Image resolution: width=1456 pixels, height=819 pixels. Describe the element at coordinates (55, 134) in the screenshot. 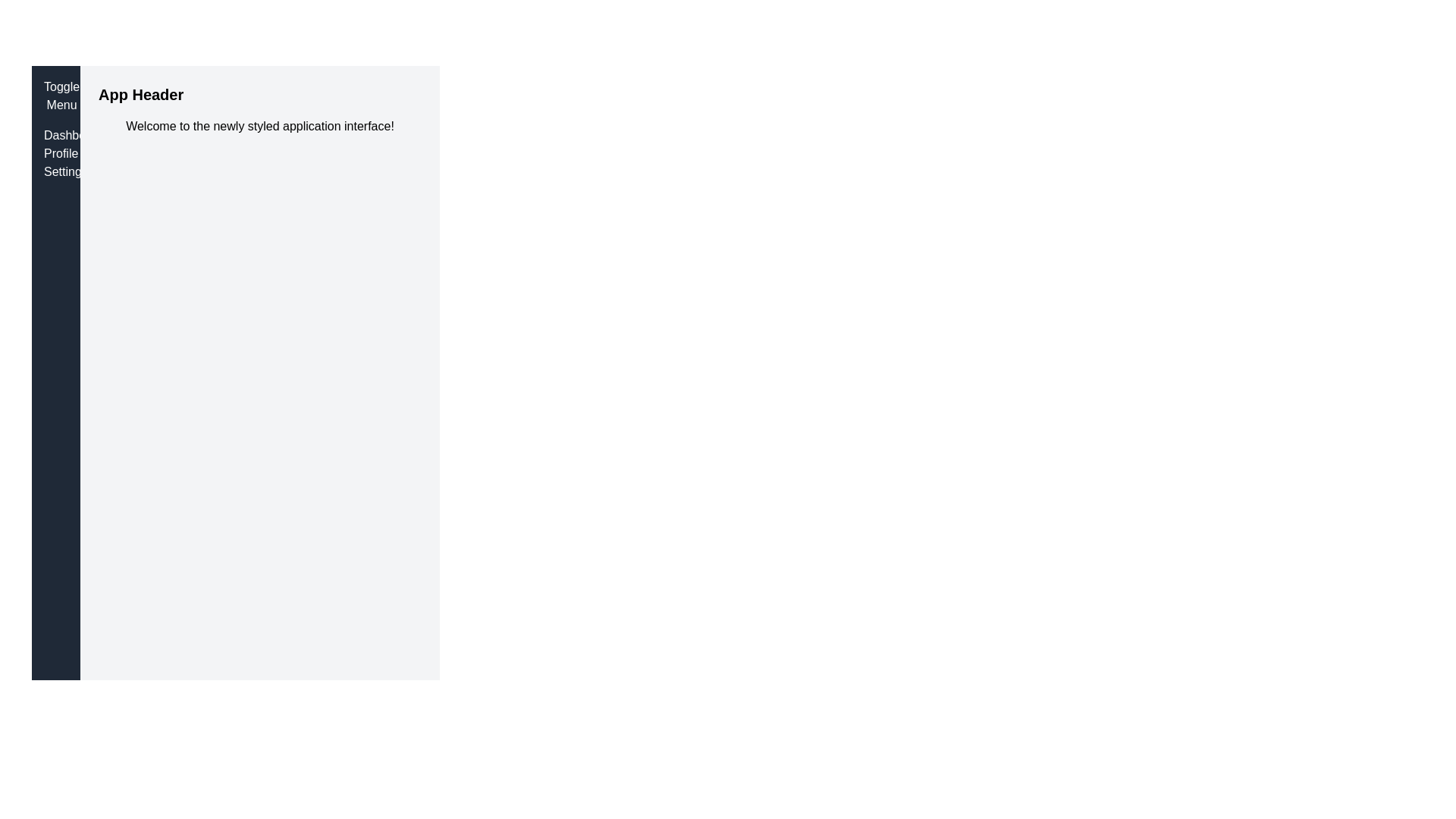

I see `the 'Dashboard' text label, which is the first item in a vertical sidebar list` at that location.